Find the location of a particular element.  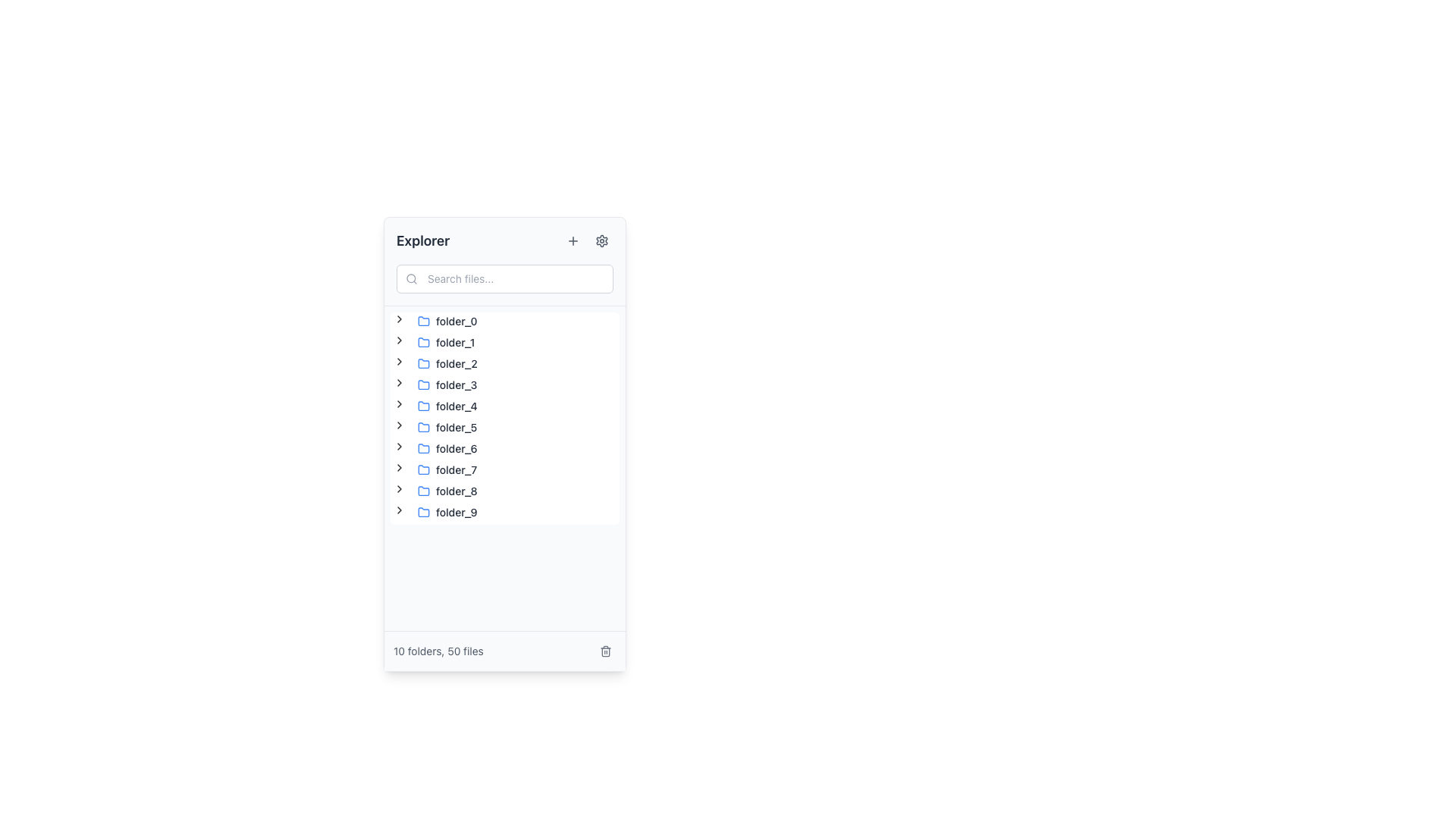

the text label representing the folder labeled 'folder_0' in the hierarchical tree view is located at coordinates (447, 321).